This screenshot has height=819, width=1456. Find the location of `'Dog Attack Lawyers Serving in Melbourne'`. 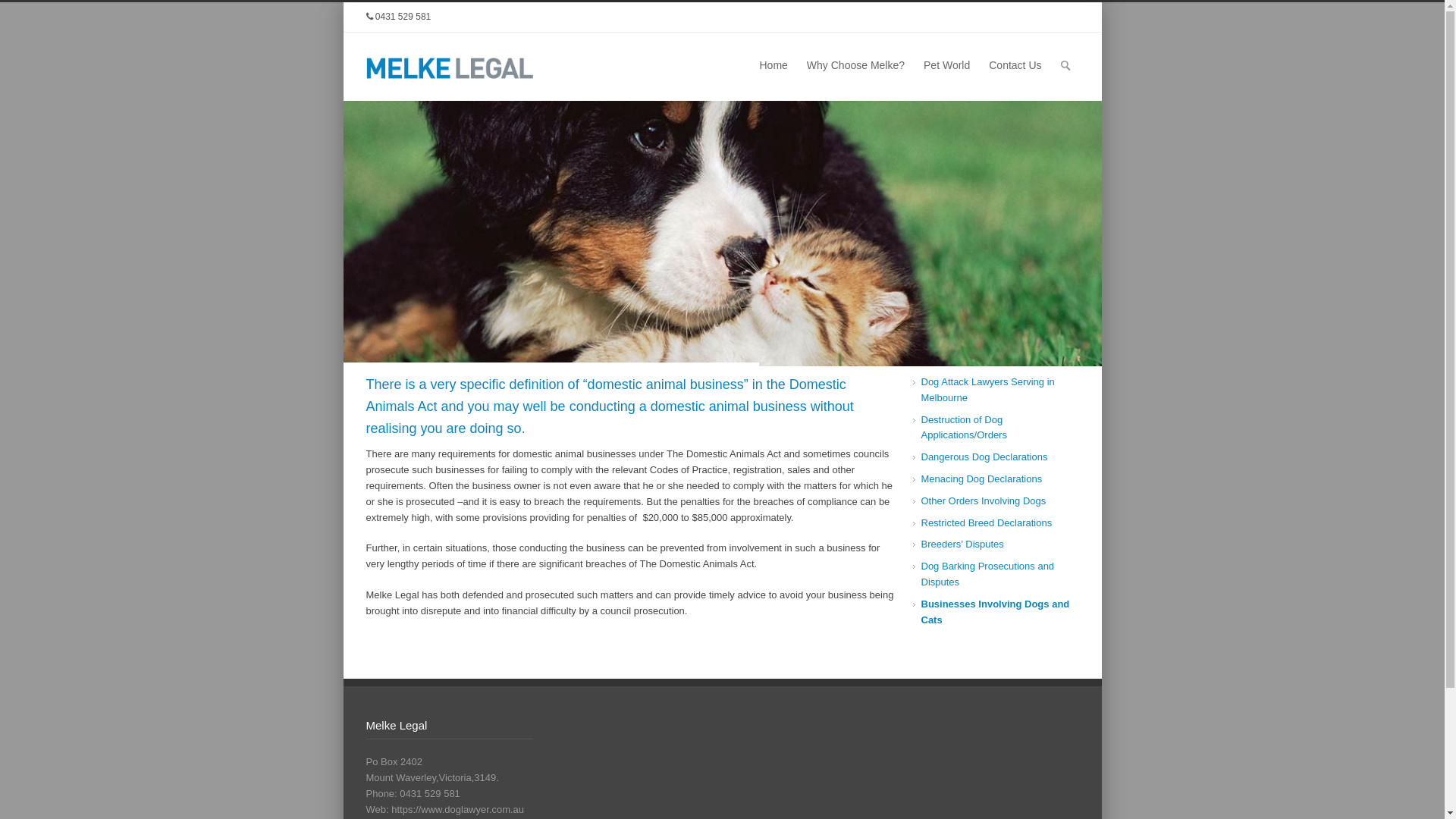

'Dog Attack Lawyers Serving in Melbourne' is located at coordinates (987, 388).